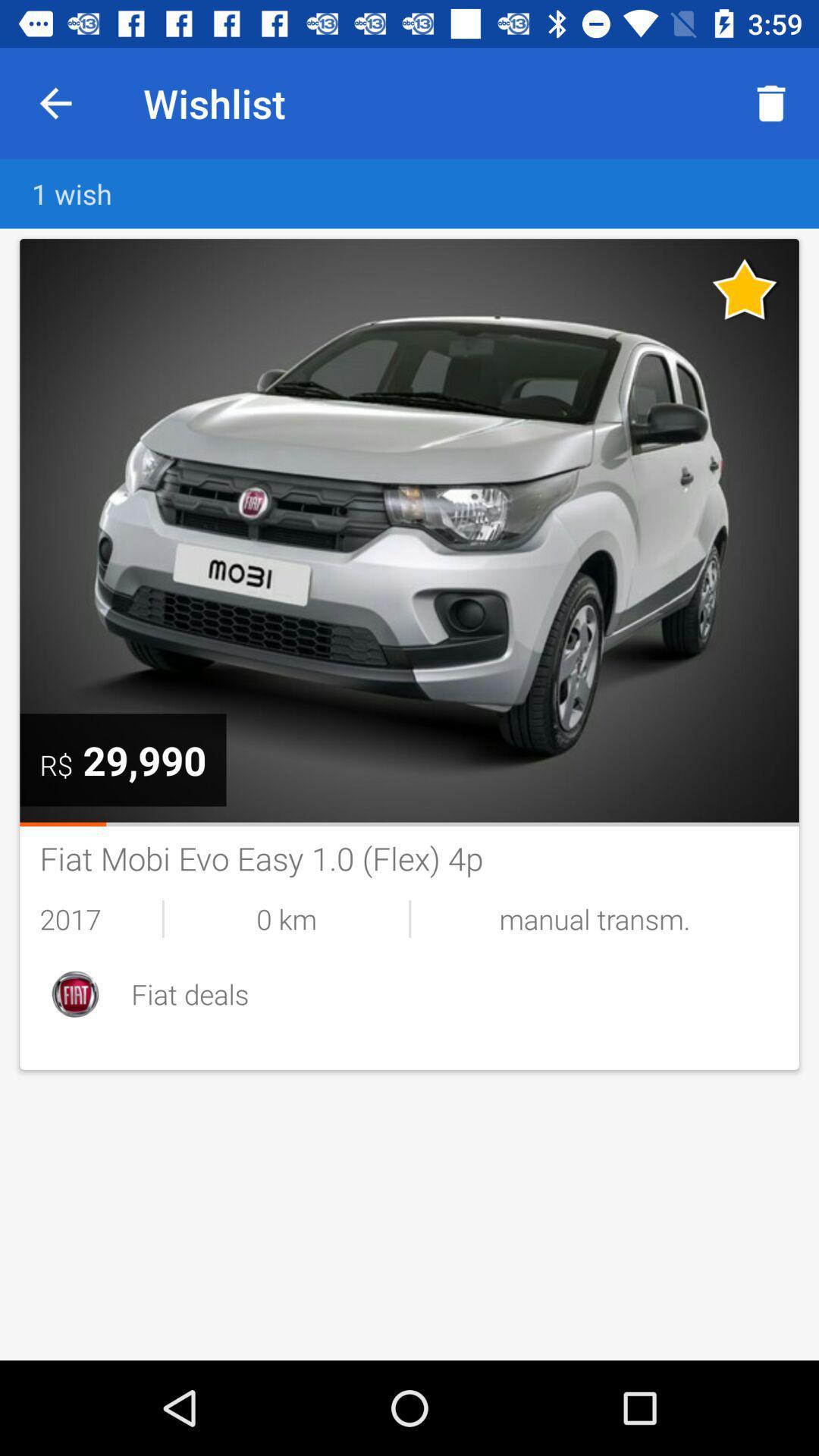 The image size is (819, 1456). I want to click on the icon to the right of wishlist icon, so click(771, 102).